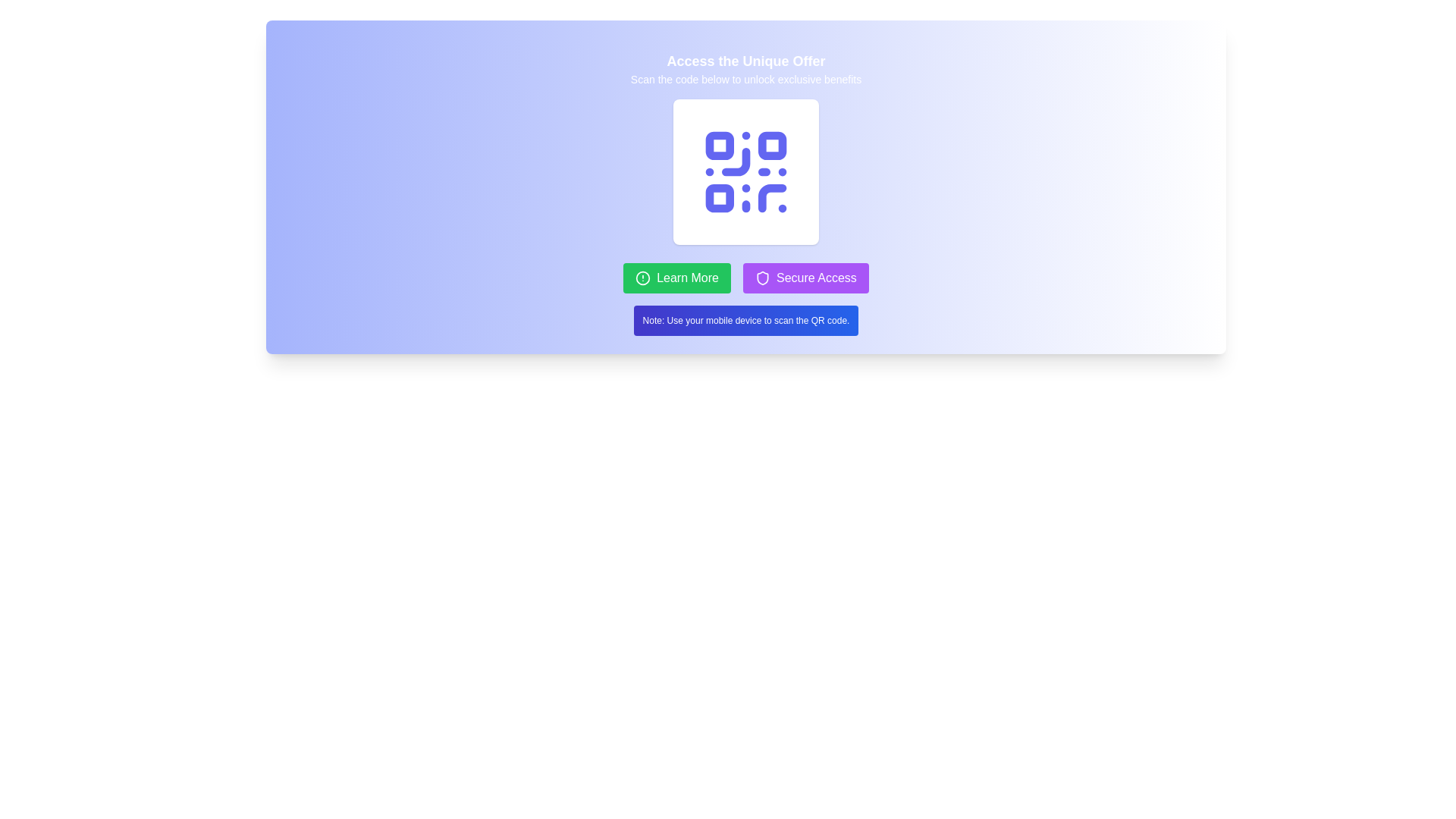 This screenshot has height=819, width=1456. I want to click on the 'Secure Access' button, which has a purple background, white text, and a shield icon, so click(805, 278).